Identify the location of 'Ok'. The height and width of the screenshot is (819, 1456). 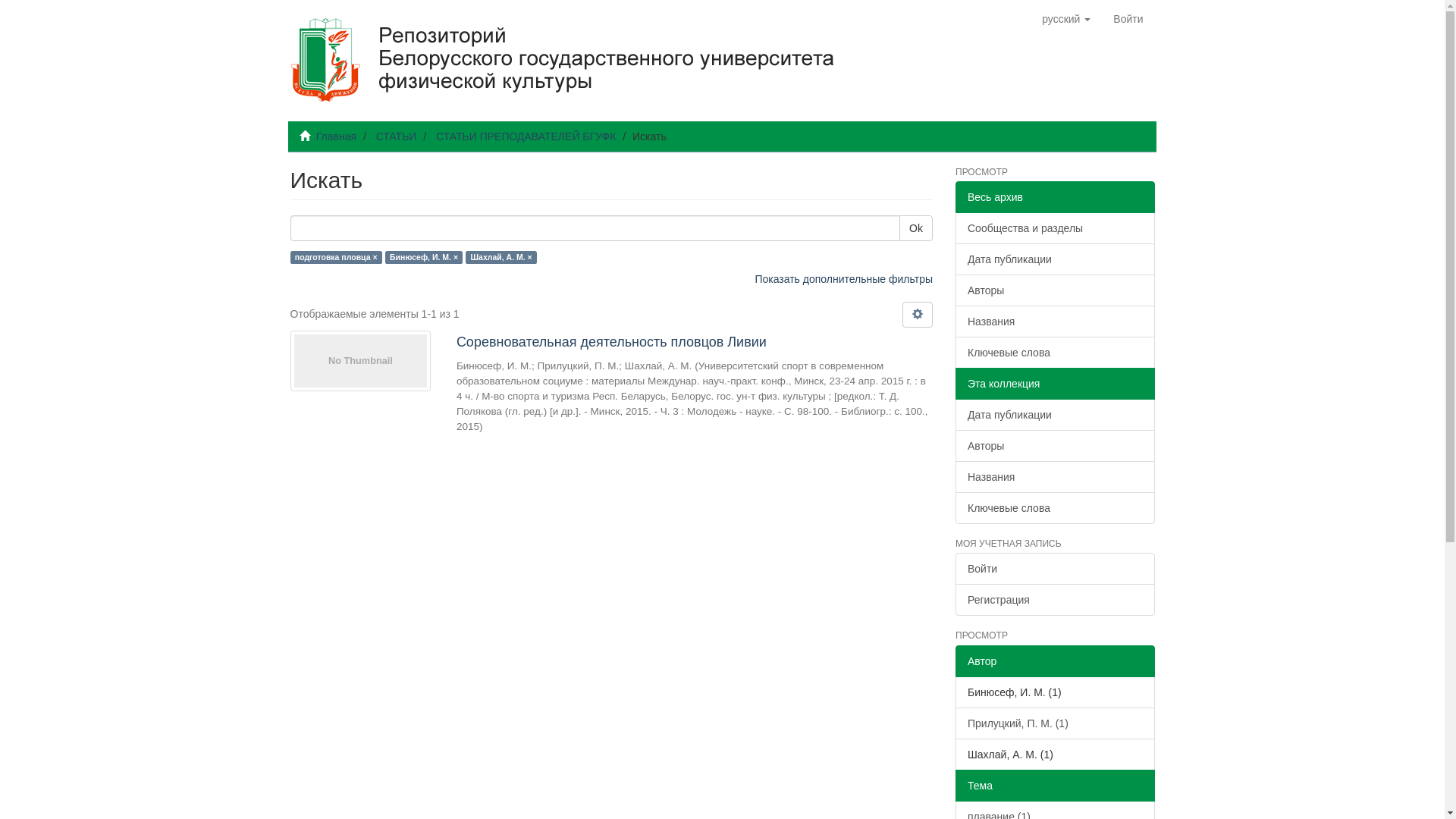
(915, 227).